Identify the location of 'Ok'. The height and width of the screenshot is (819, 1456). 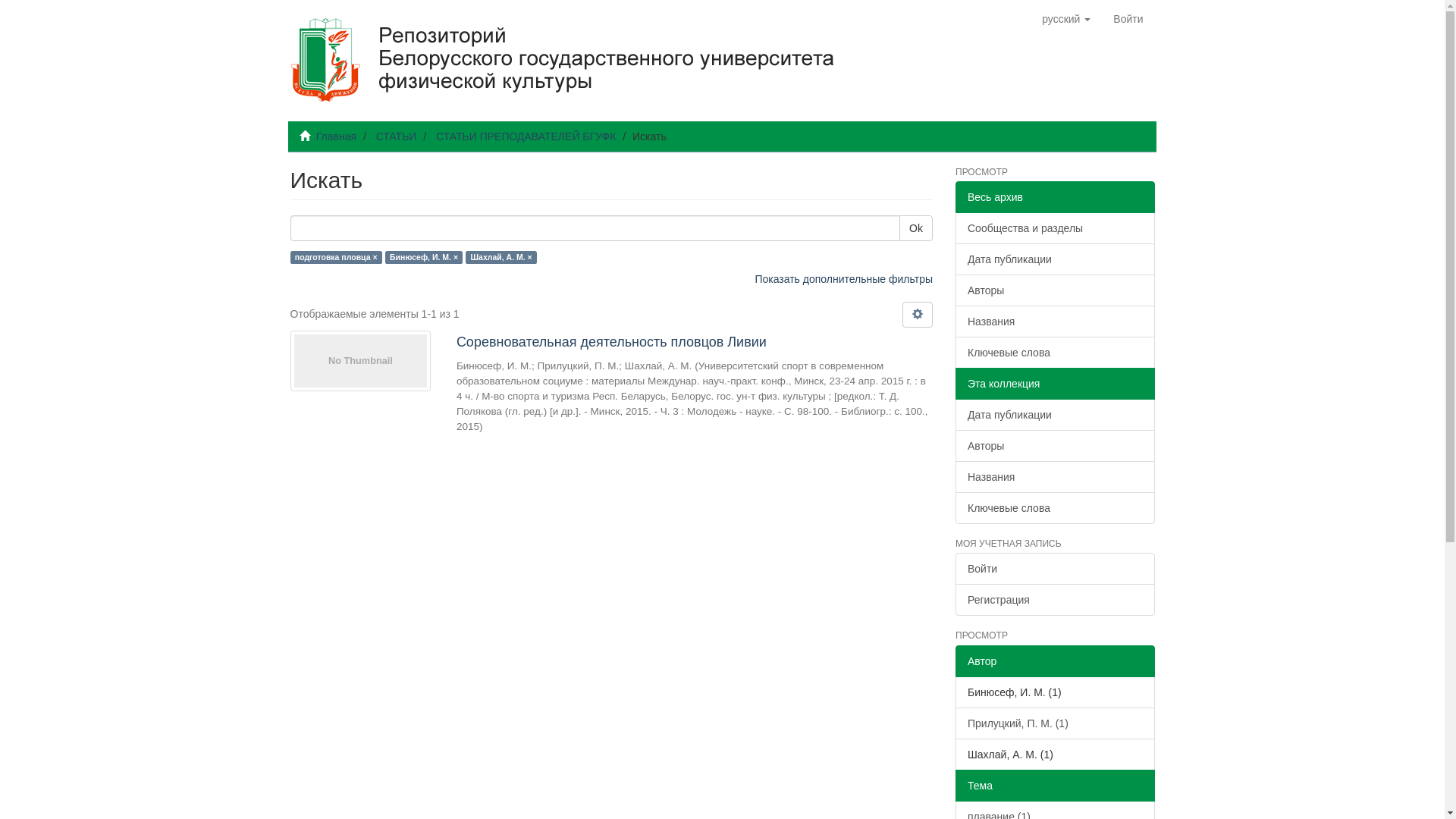
(915, 227).